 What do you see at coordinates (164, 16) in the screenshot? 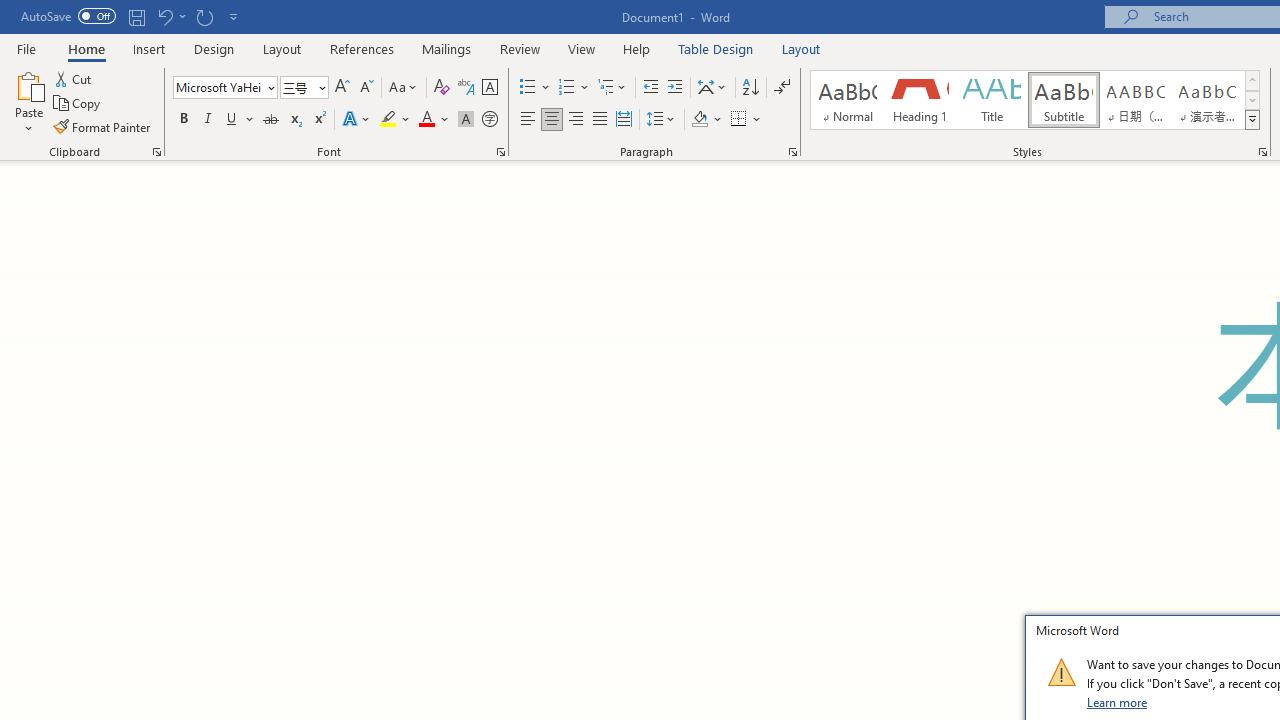
I see `'Undo Grow Font'` at bounding box center [164, 16].